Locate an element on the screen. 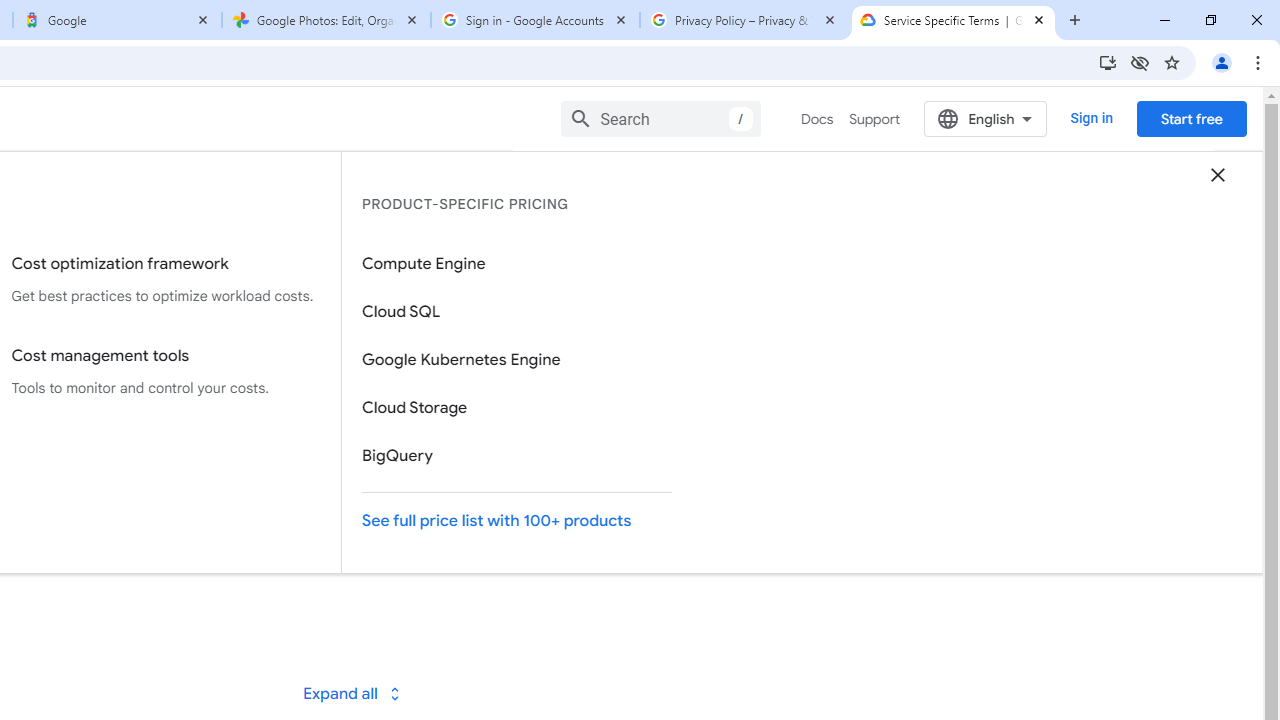  'Close dropdown menu' is located at coordinates (1216, 173).